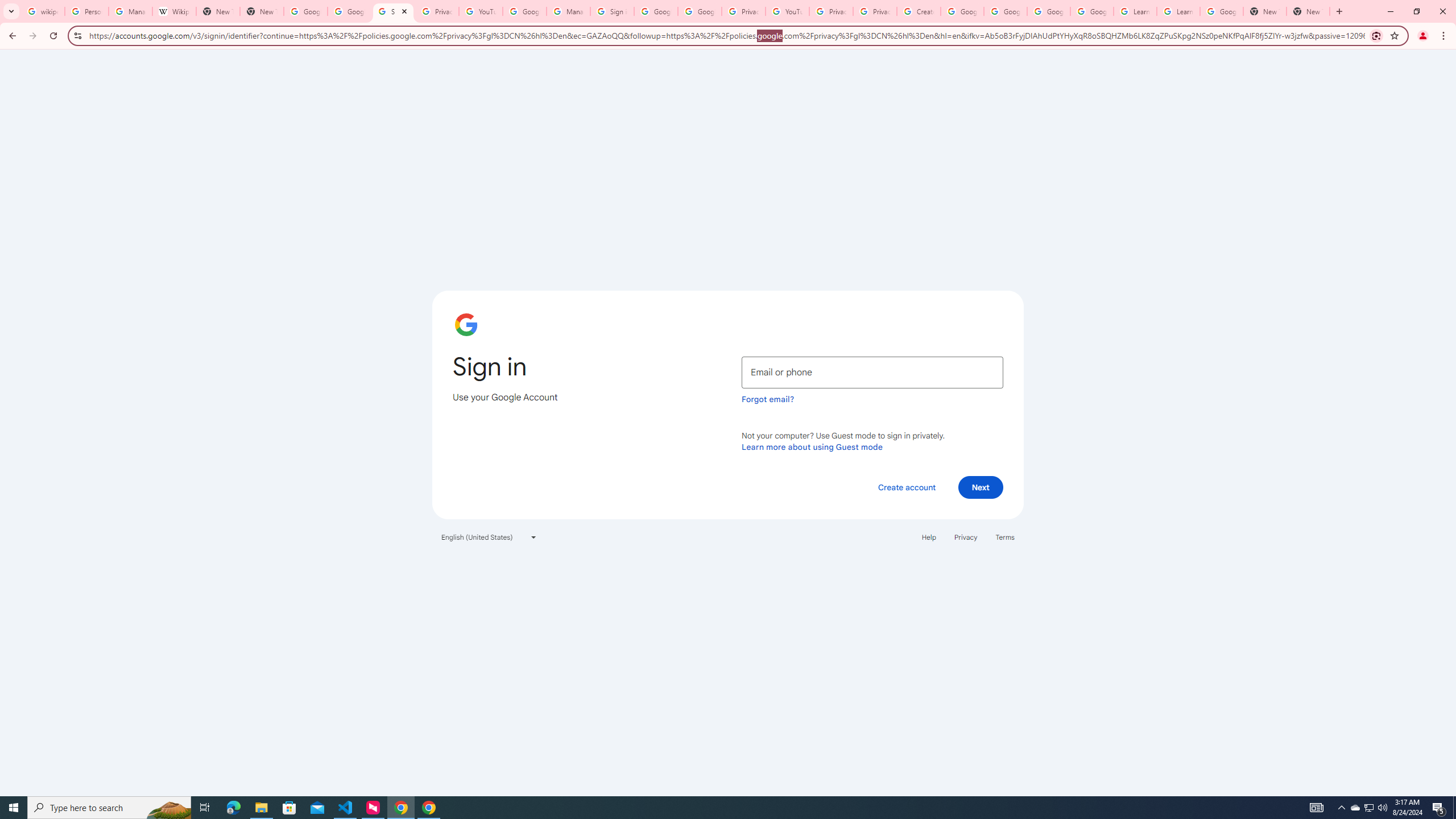 The image size is (1456, 819). What do you see at coordinates (86, 11) in the screenshot?
I see `'Personalization & Google Search results - Google Search Help'` at bounding box center [86, 11].